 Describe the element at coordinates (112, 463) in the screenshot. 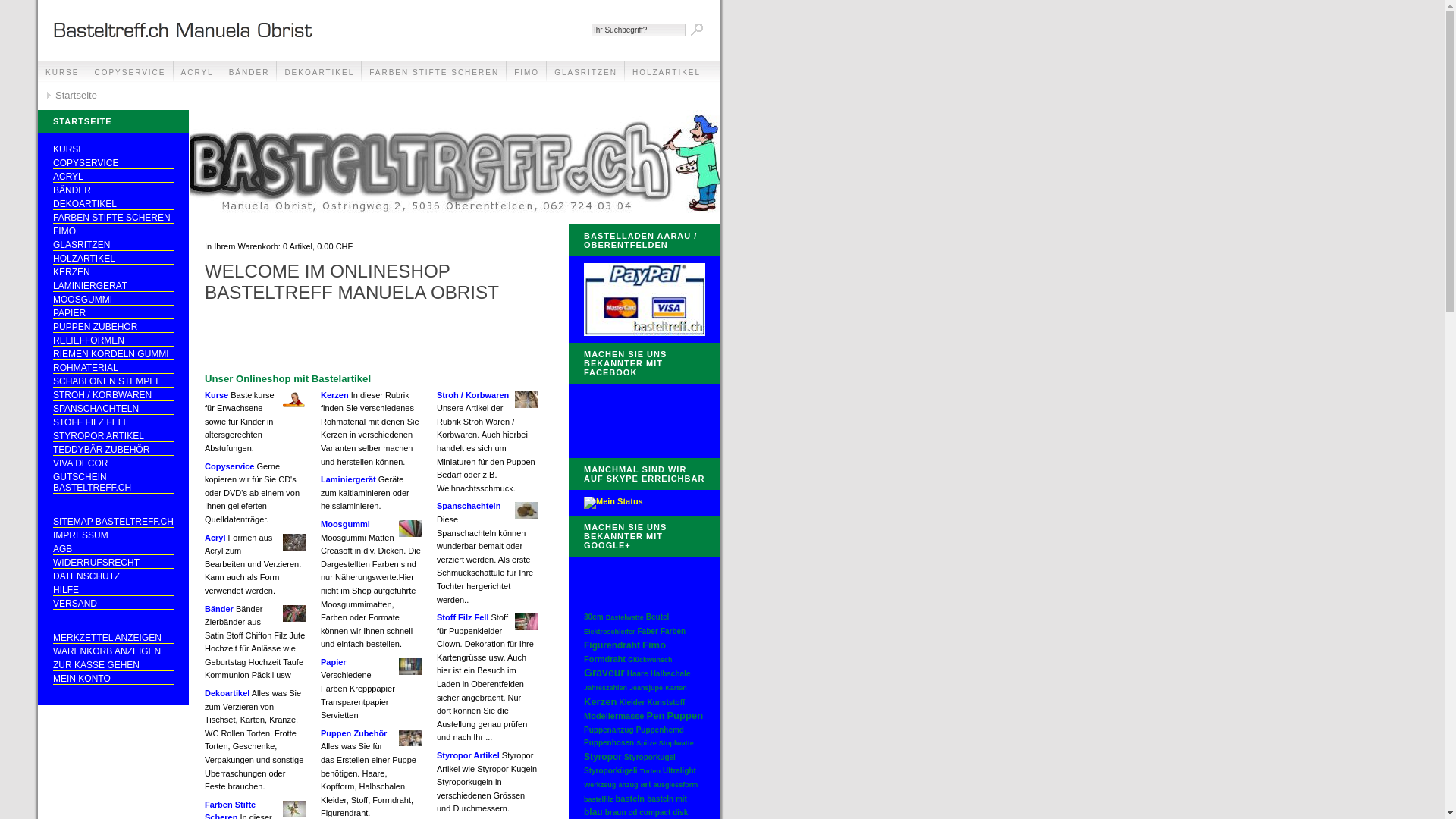

I see `'VIVA DECOR'` at that location.